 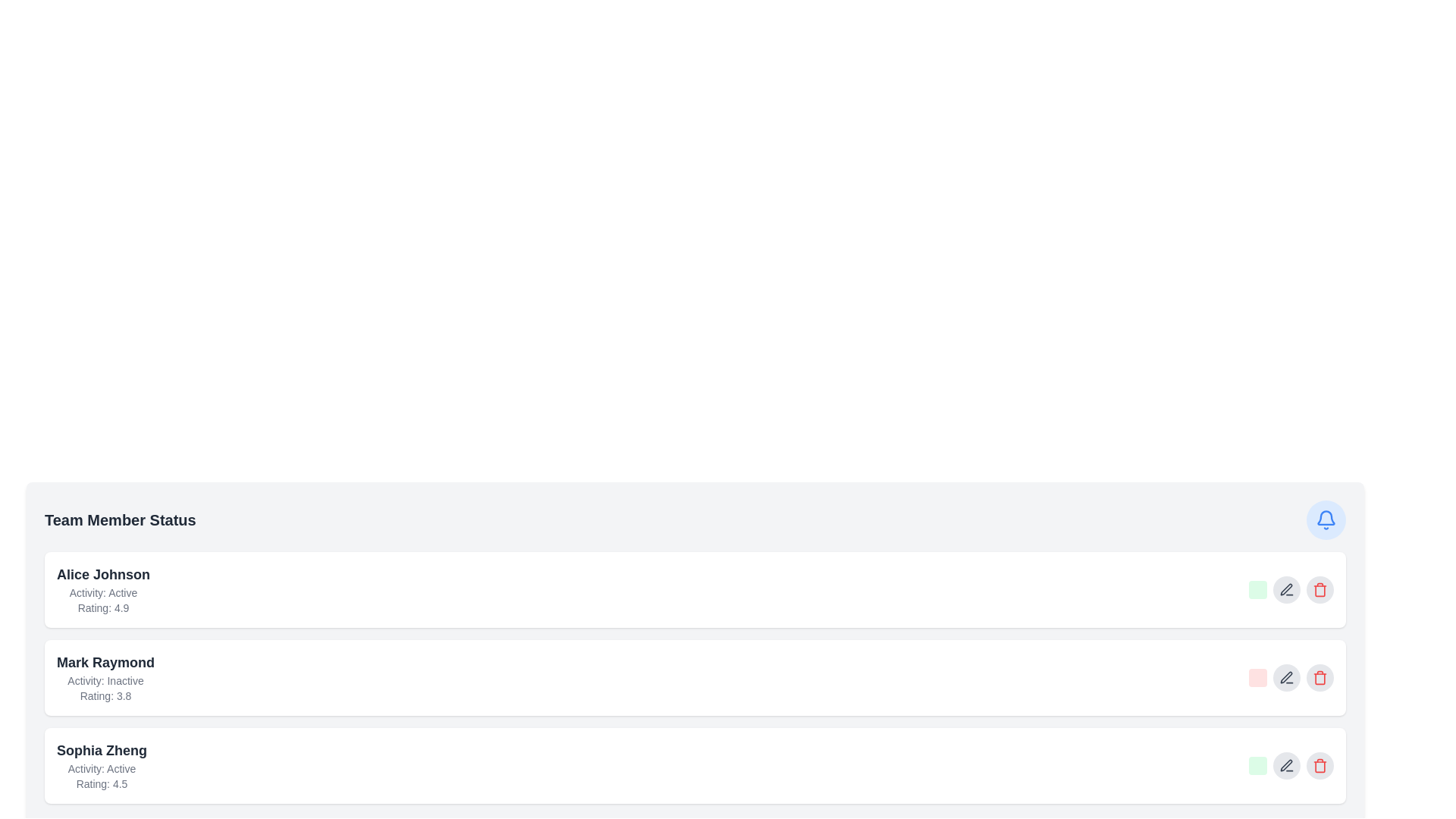 What do you see at coordinates (1325, 519) in the screenshot?
I see `the graphic icon (notification bell) which is a circular icon with a blue background and a bell symbol, located at the far right of the 'Team Member Status' section` at bounding box center [1325, 519].